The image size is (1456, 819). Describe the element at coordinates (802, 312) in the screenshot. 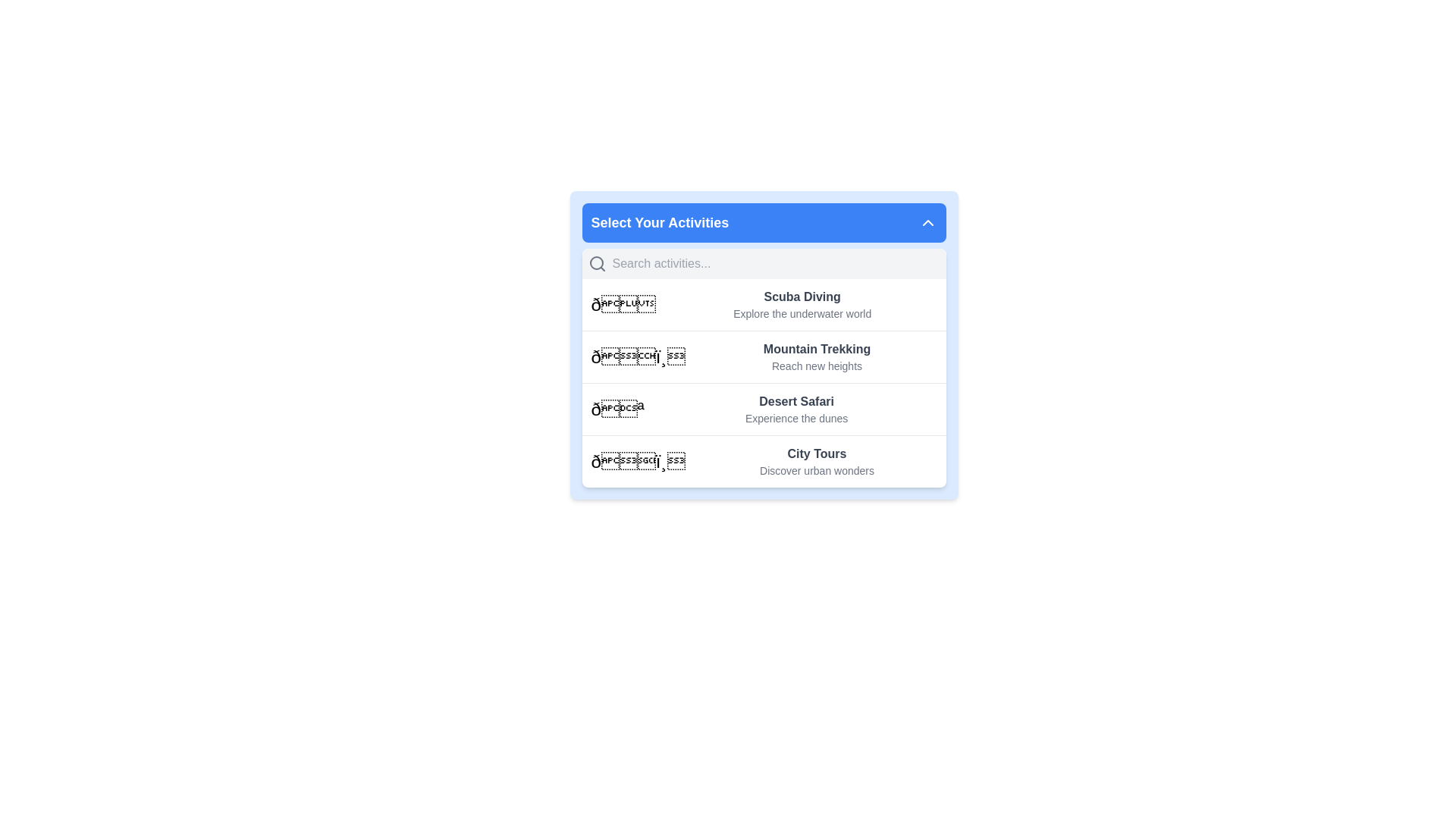

I see `the static text label that serves as a descriptive subtitle for the 'Scuba Diving' activity, located beneath the bolded title in the vertical list layout` at that location.